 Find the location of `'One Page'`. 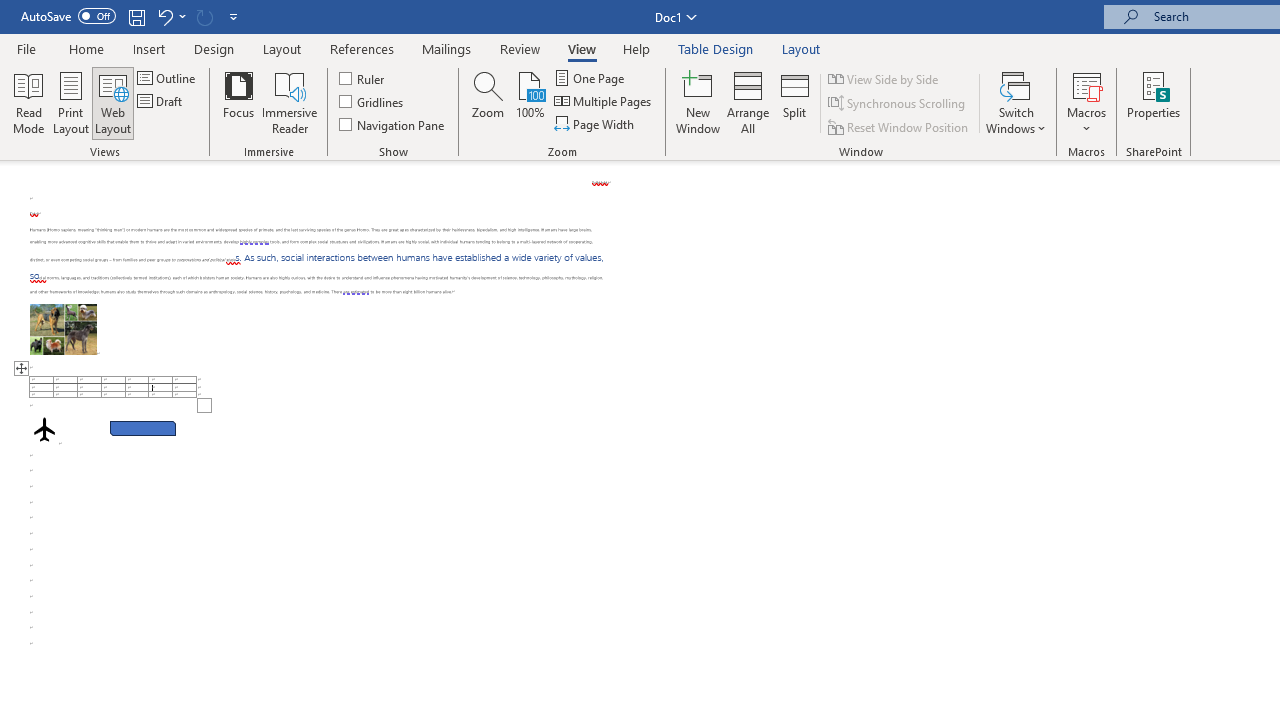

'One Page' is located at coordinates (589, 77).